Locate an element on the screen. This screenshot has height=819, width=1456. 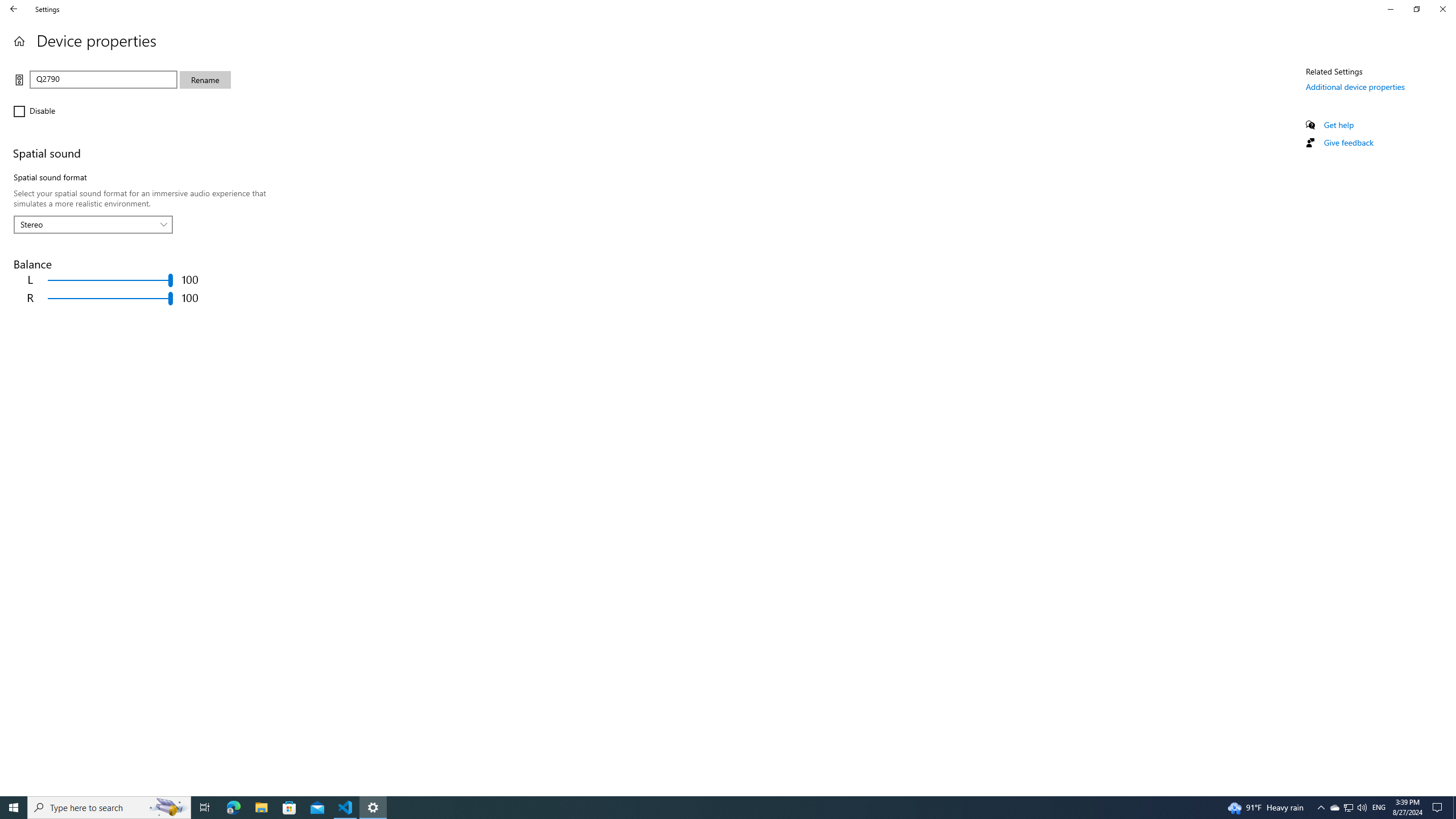
'Get help' is located at coordinates (1338, 124).